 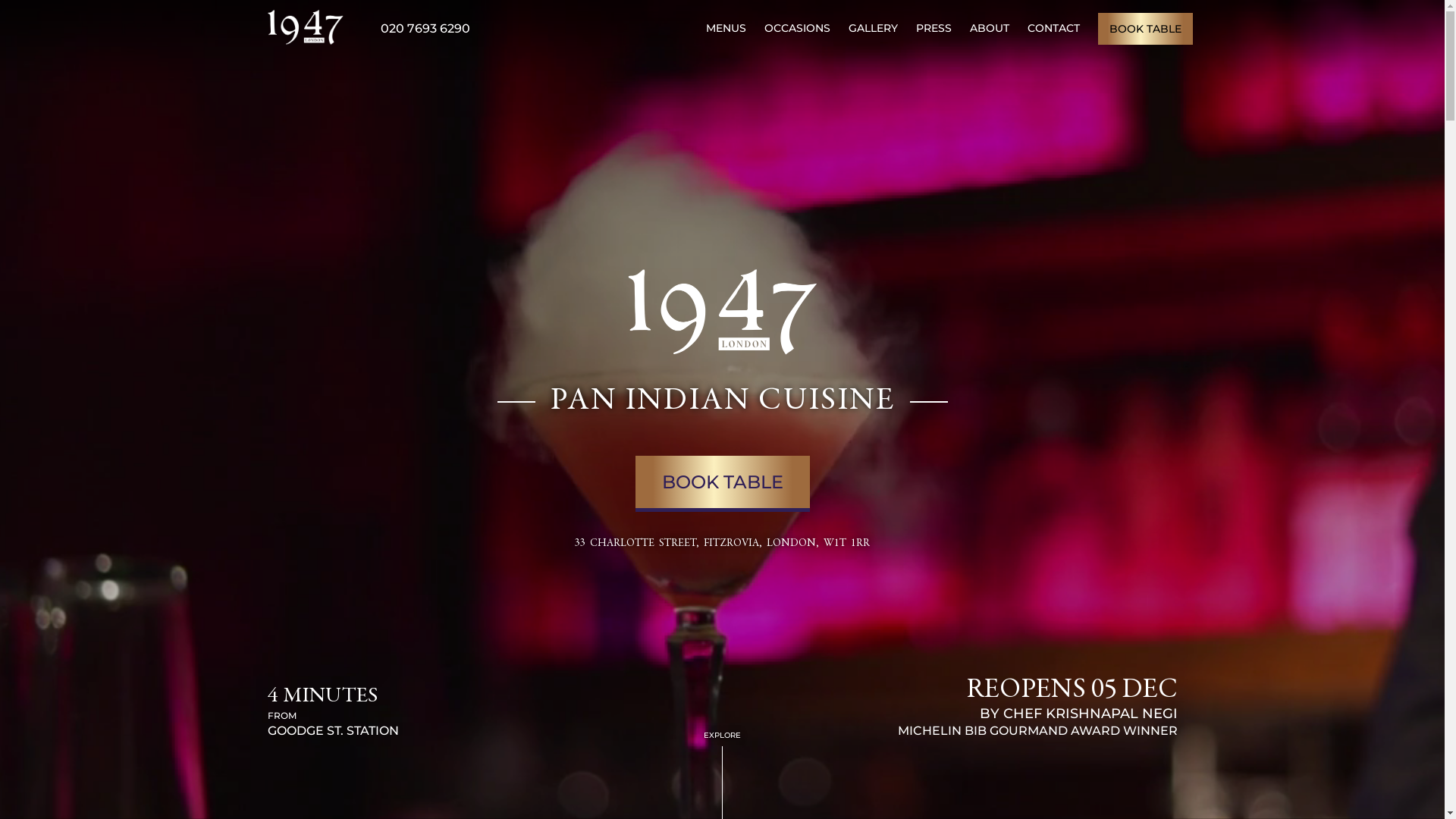 I want to click on 'PRESS', so click(x=933, y=28).